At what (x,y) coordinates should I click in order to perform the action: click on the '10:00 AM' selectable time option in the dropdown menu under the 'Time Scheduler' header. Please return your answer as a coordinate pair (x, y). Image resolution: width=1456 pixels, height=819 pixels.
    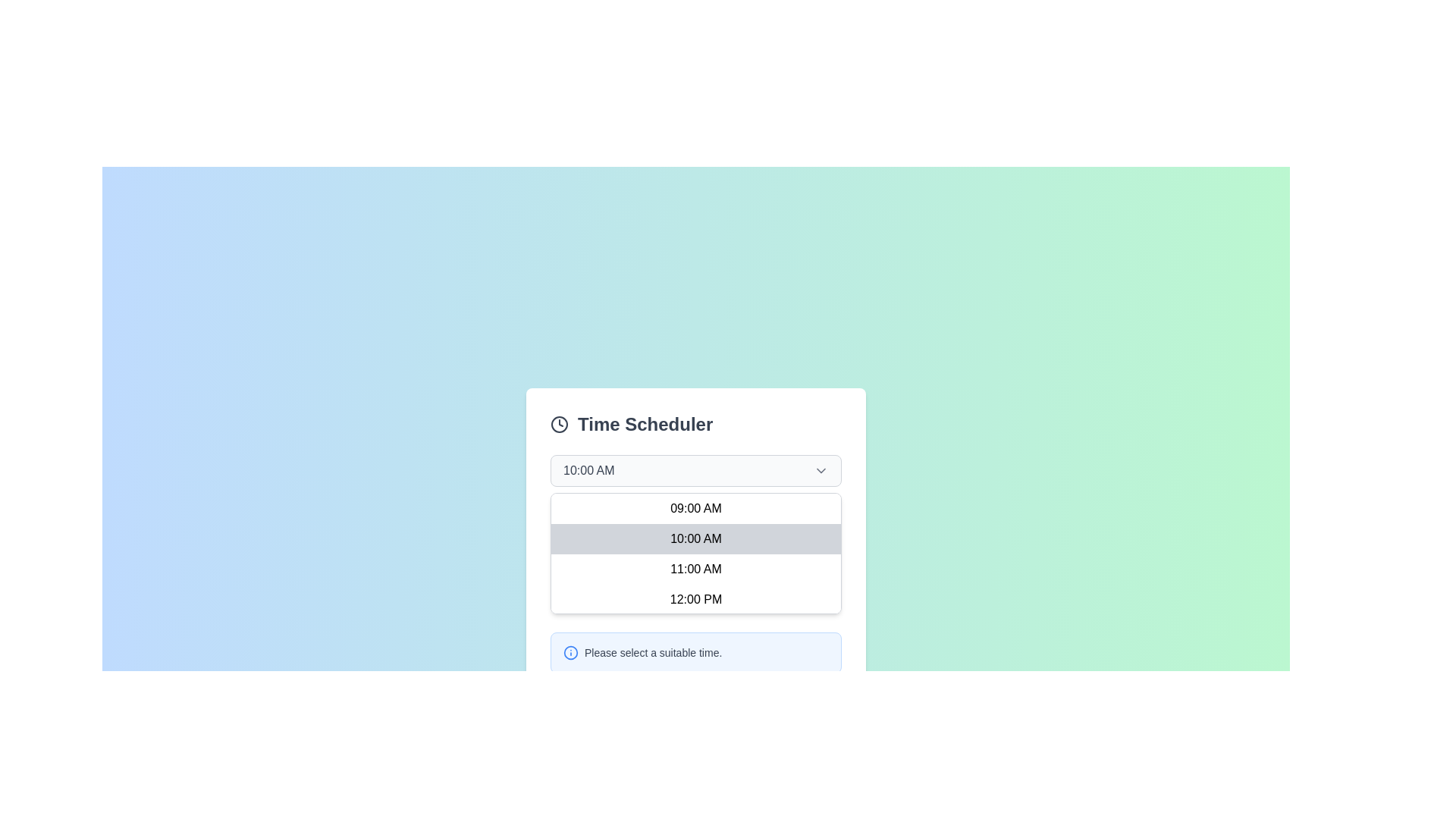
    Looking at the image, I should click on (695, 534).